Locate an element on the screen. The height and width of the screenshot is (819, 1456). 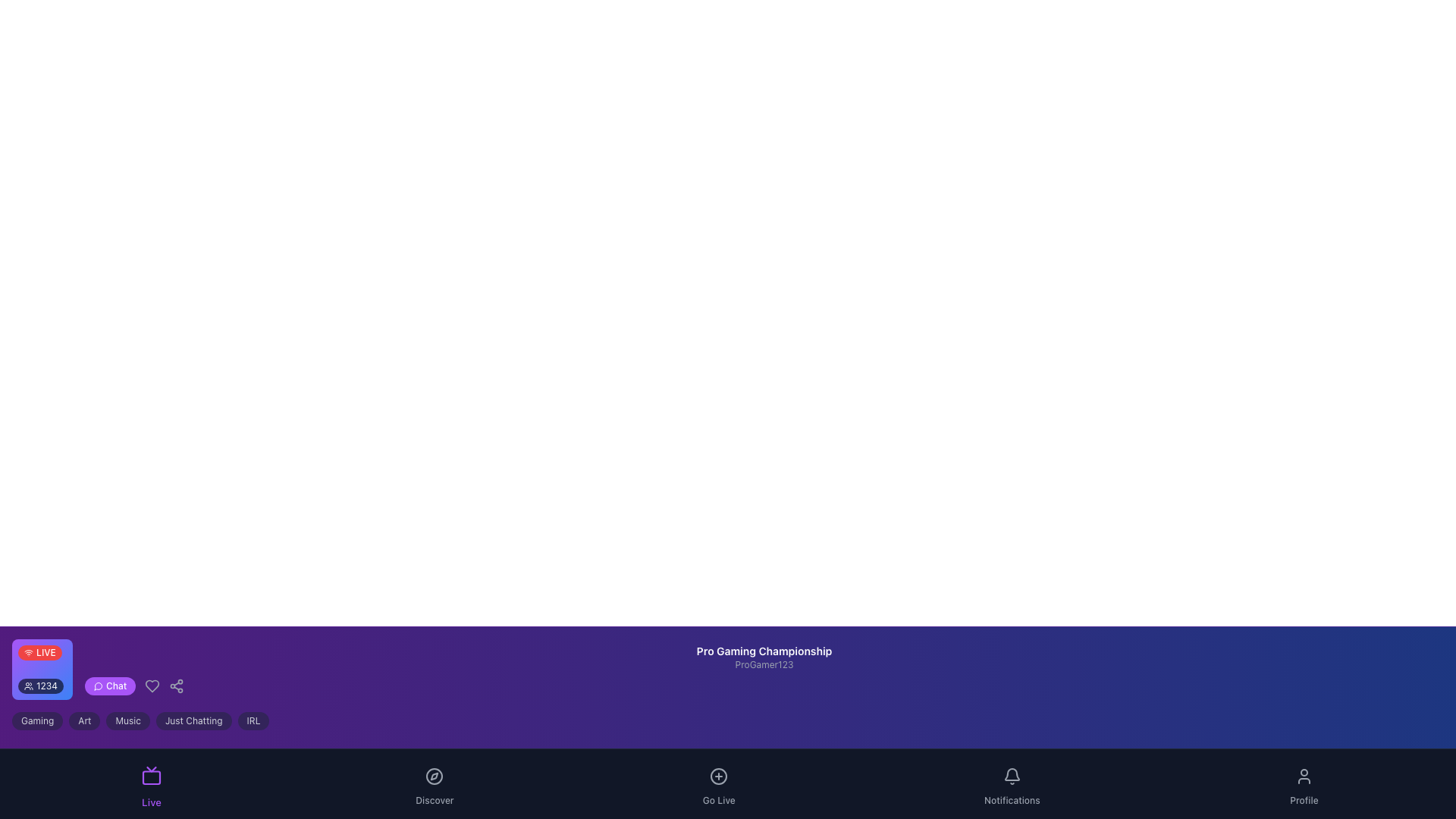
the decorative rectangular element within the 'Live' TV-shaped icon located in the bottom navigation bar is located at coordinates (152, 777).